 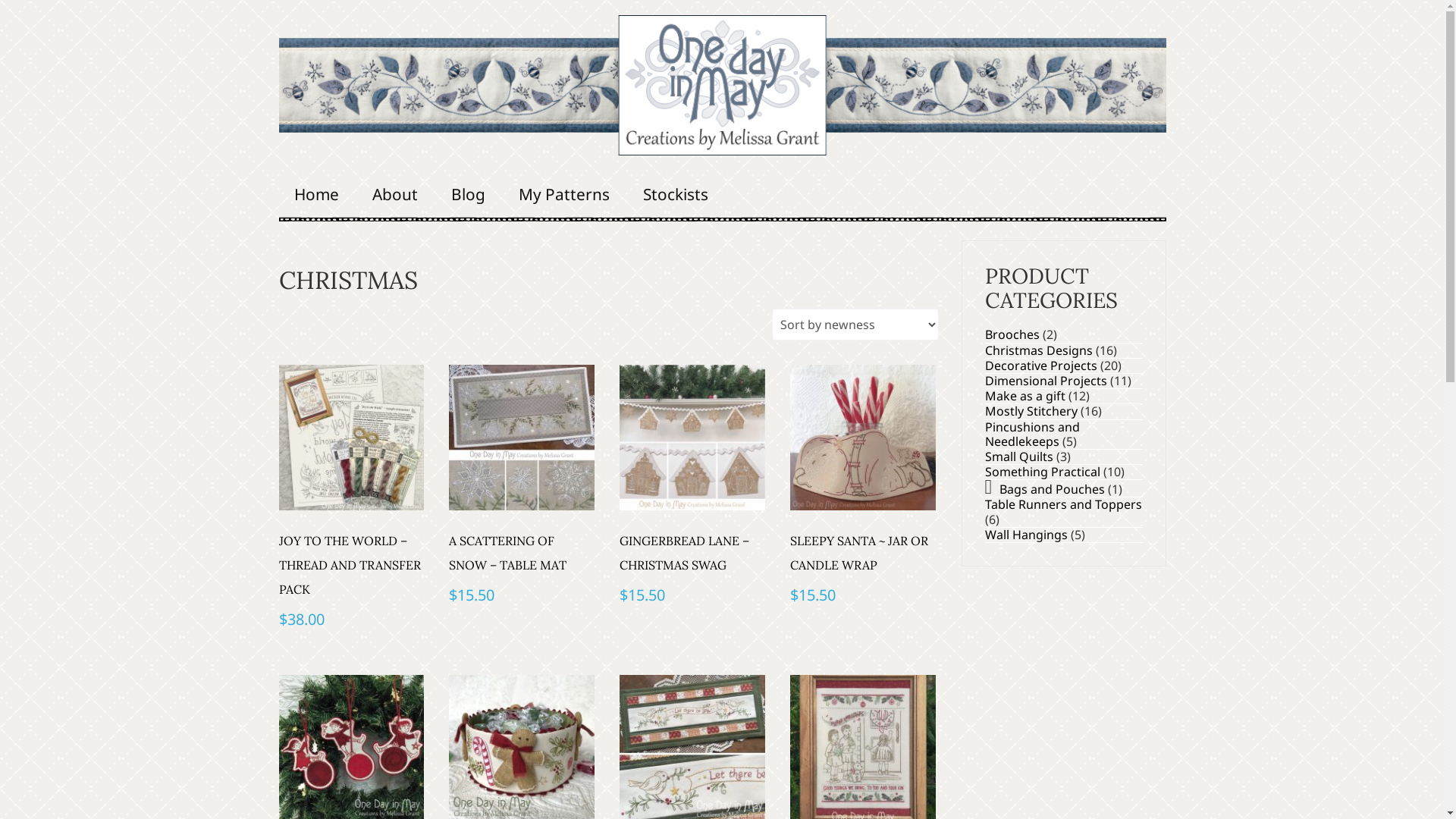 What do you see at coordinates (1040, 366) in the screenshot?
I see `'Decorative Projects'` at bounding box center [1040, 366].